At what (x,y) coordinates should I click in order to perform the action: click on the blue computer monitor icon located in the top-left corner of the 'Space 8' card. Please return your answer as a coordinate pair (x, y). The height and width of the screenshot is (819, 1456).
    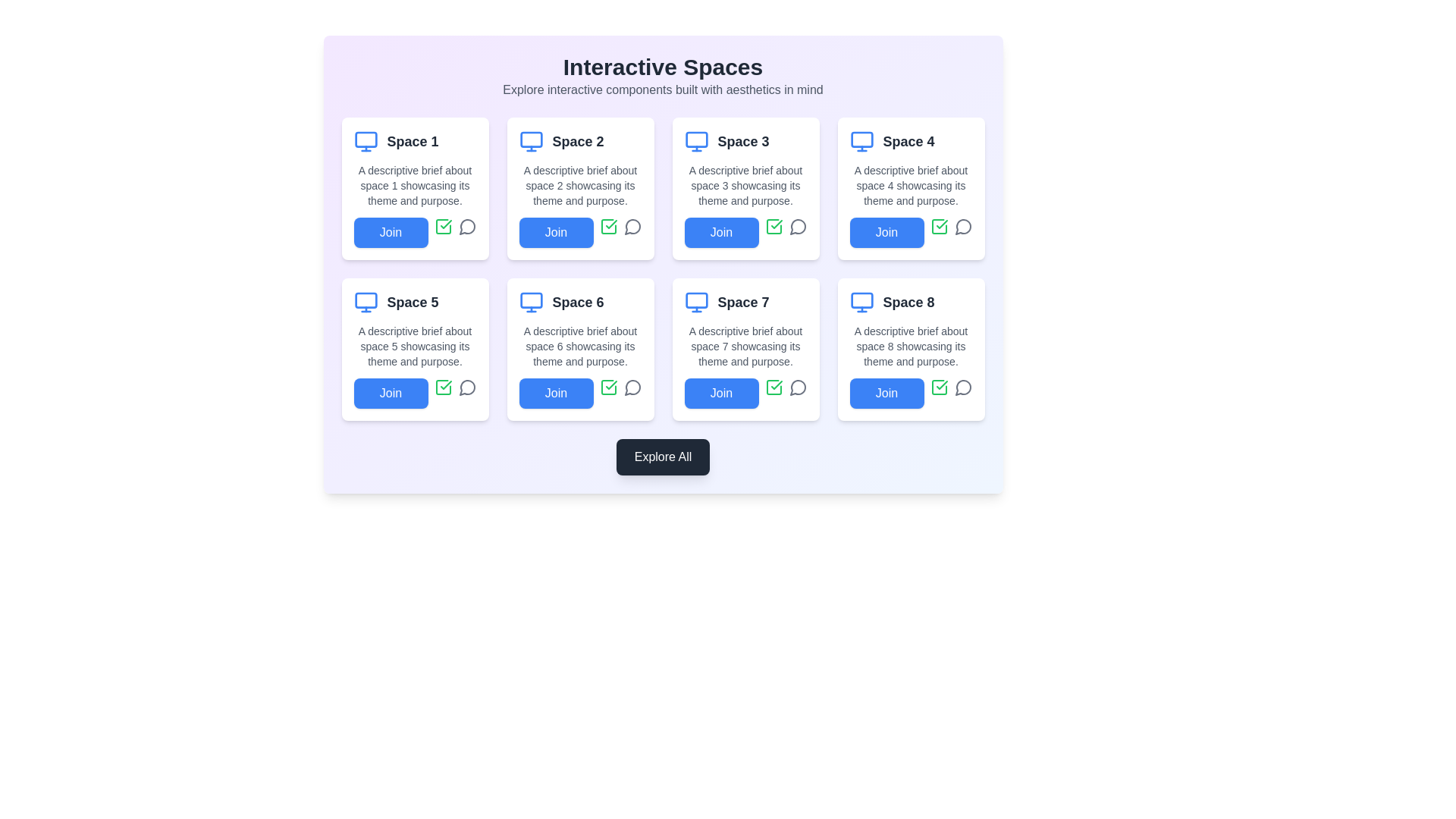
    Looking at the image, I should click on (861, 302).